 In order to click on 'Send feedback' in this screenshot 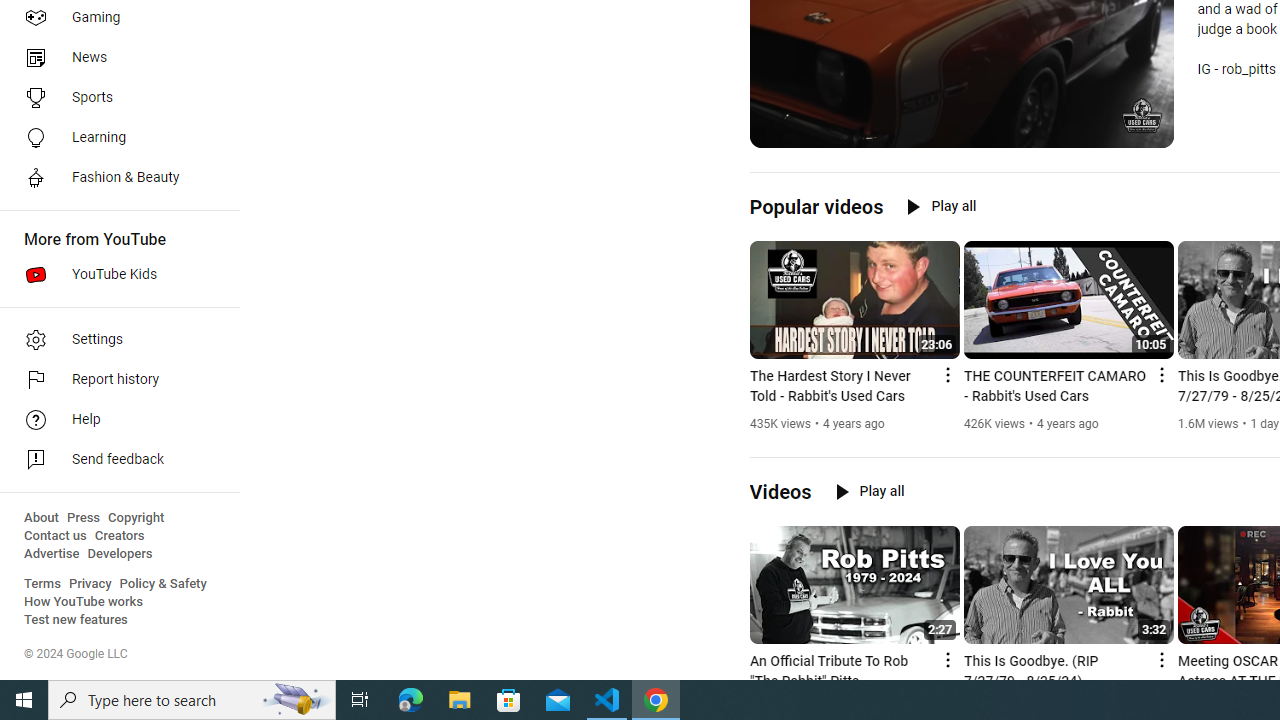, I will do `click(112, 460)`.